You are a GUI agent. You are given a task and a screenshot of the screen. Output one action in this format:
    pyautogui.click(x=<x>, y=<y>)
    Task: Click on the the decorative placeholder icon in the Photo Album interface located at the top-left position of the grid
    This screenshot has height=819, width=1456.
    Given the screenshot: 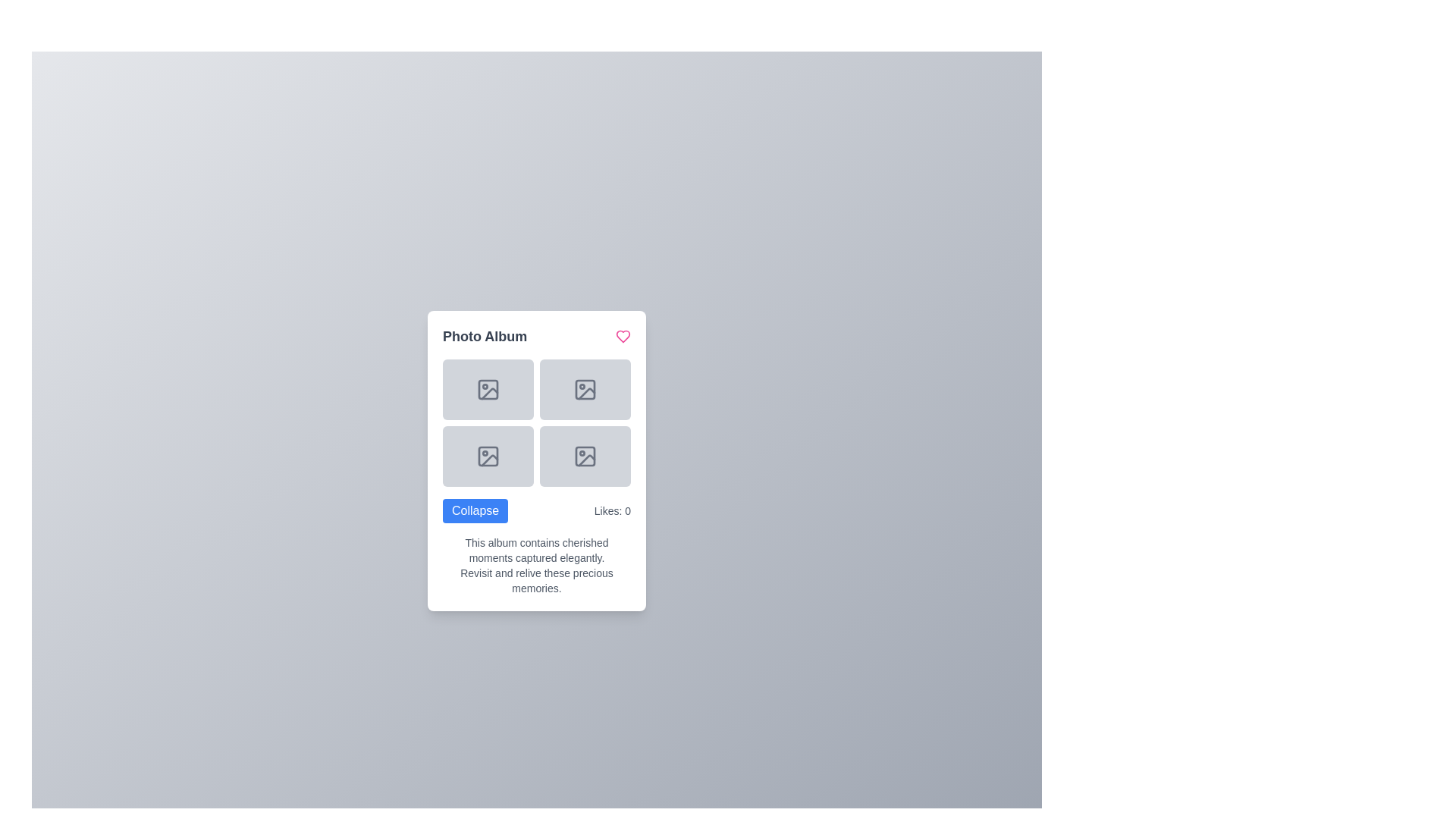 What is the action you would take?
    pyautogui.click(x=488, y=388)
    